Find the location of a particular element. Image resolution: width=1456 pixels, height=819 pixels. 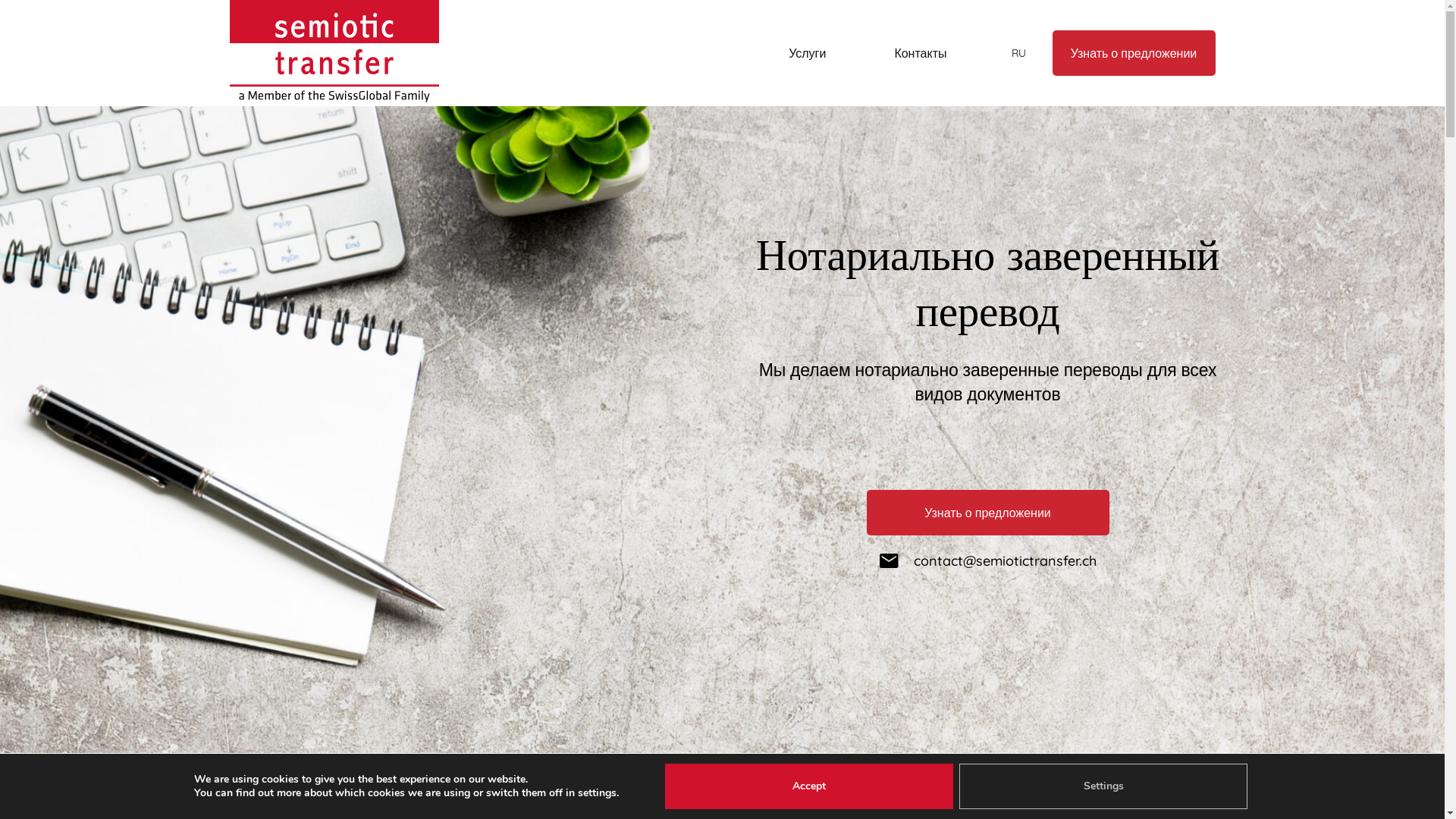

'Accept' is located at coordinates (808, 786).